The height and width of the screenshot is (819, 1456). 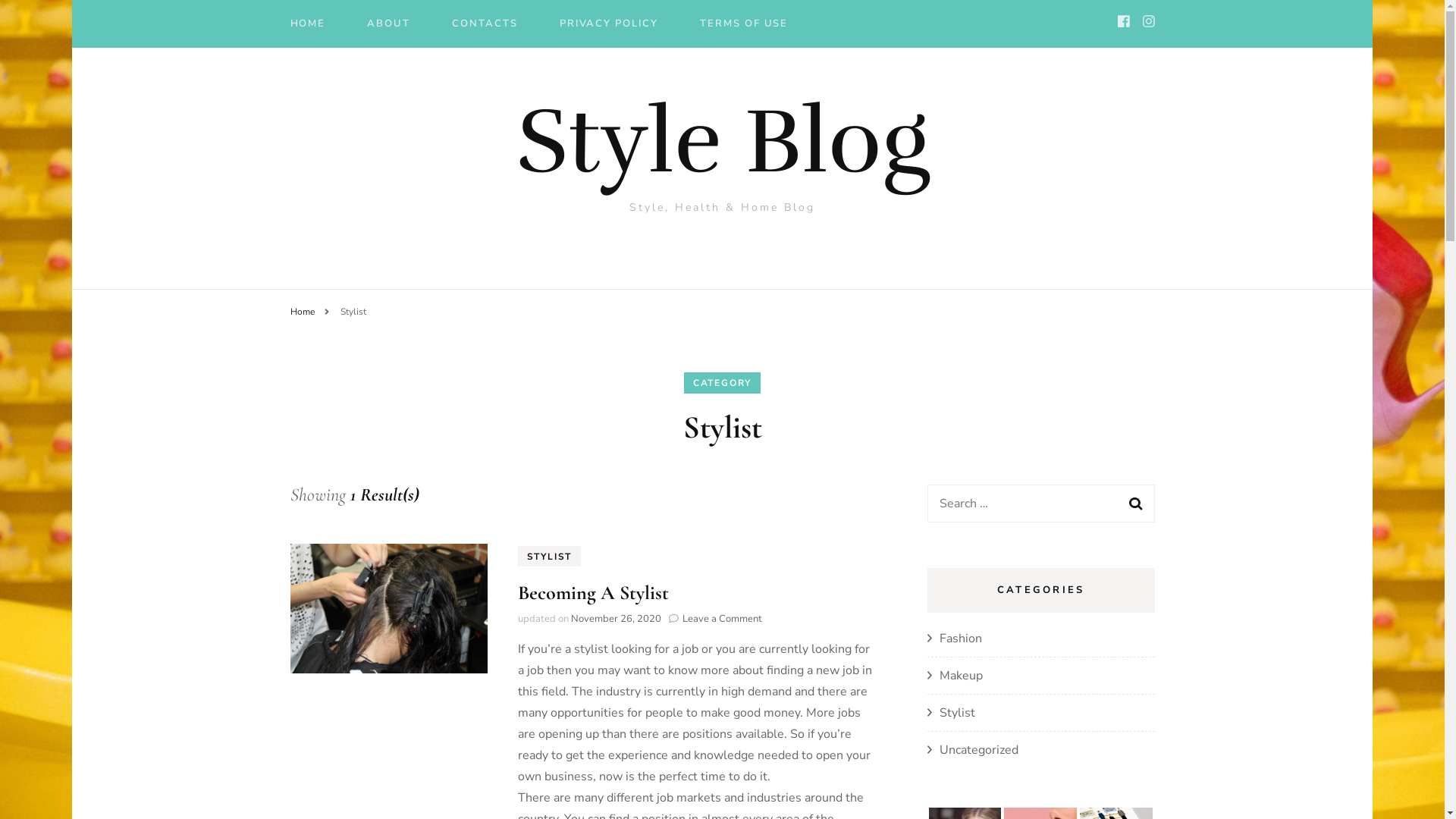 I want to click on 'Stylist', so click(x=352, y=311).